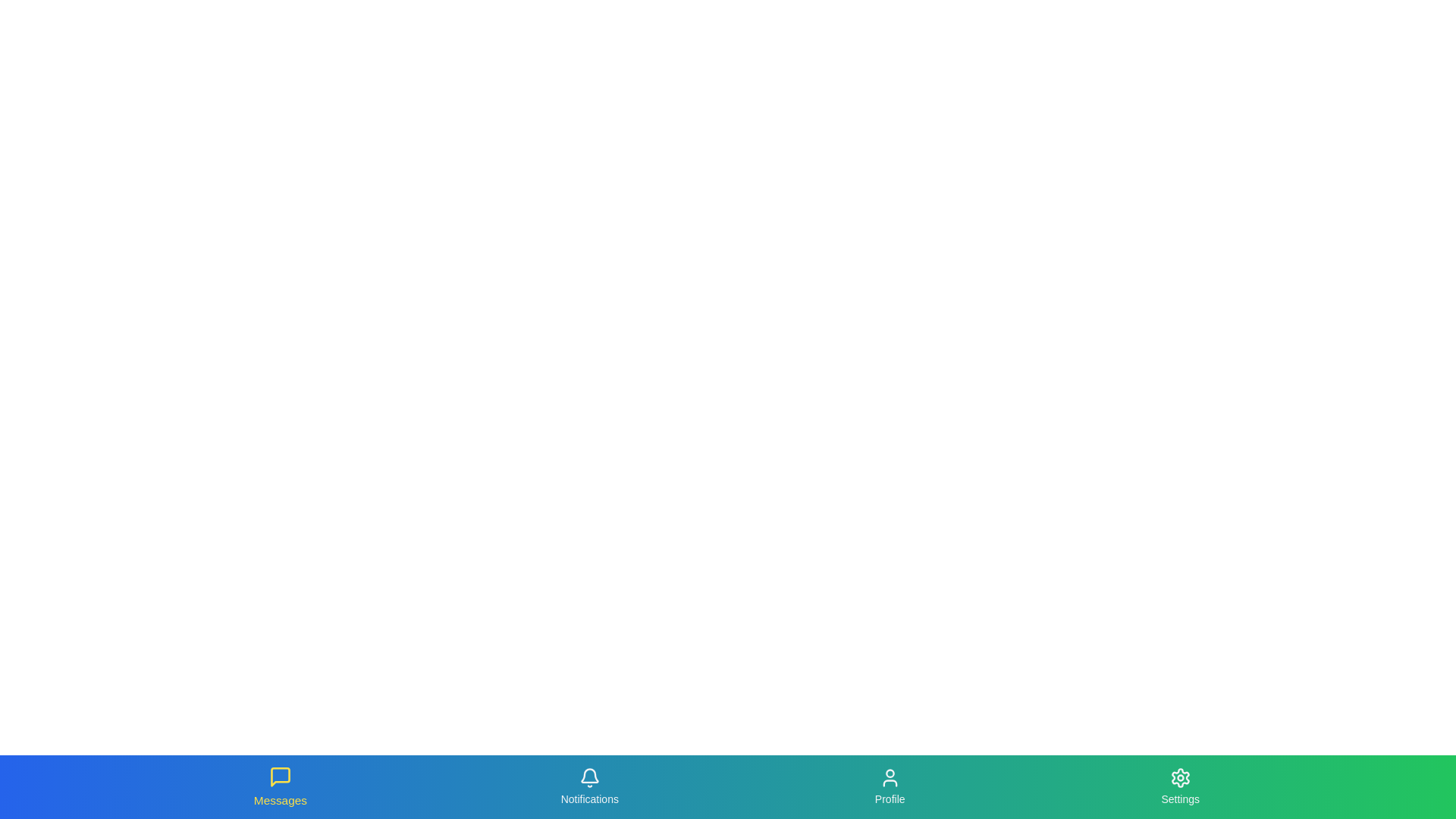 This screenshot has width=1456, height=819. Describe the element at coordinates (889, 786) in the screenshot. I see `the Profile tab to interact with it` at that location.